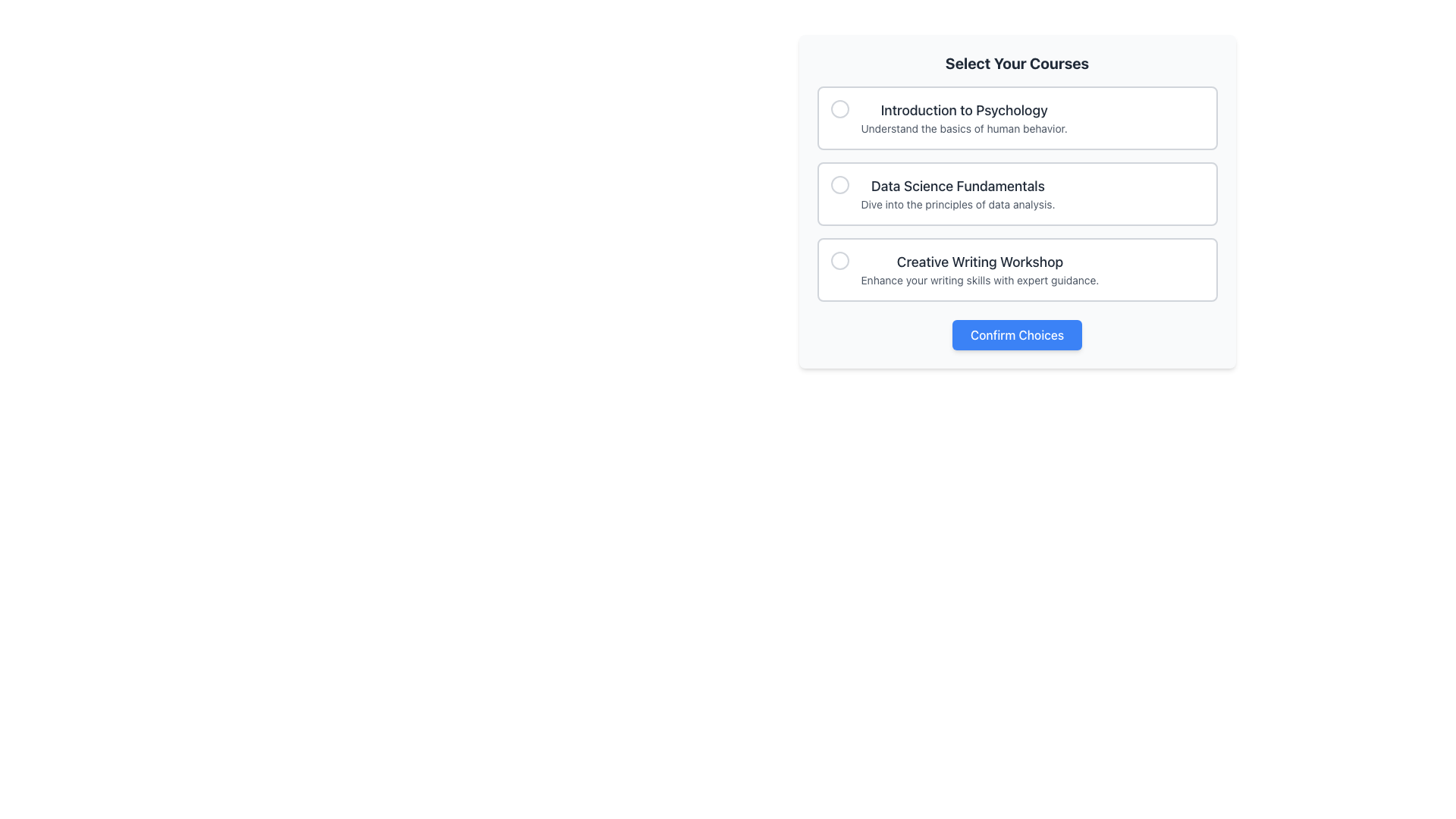 The width and height of the screenshot is (1456, 819). What do you see at coordinates (980, 281) in the screenshot?
I see `the Descriptive Text element that reads 'Enhance your writing skills with expert guidance.' located below 'Creative Writing Workshop.'` at bounding box center [980, 281].